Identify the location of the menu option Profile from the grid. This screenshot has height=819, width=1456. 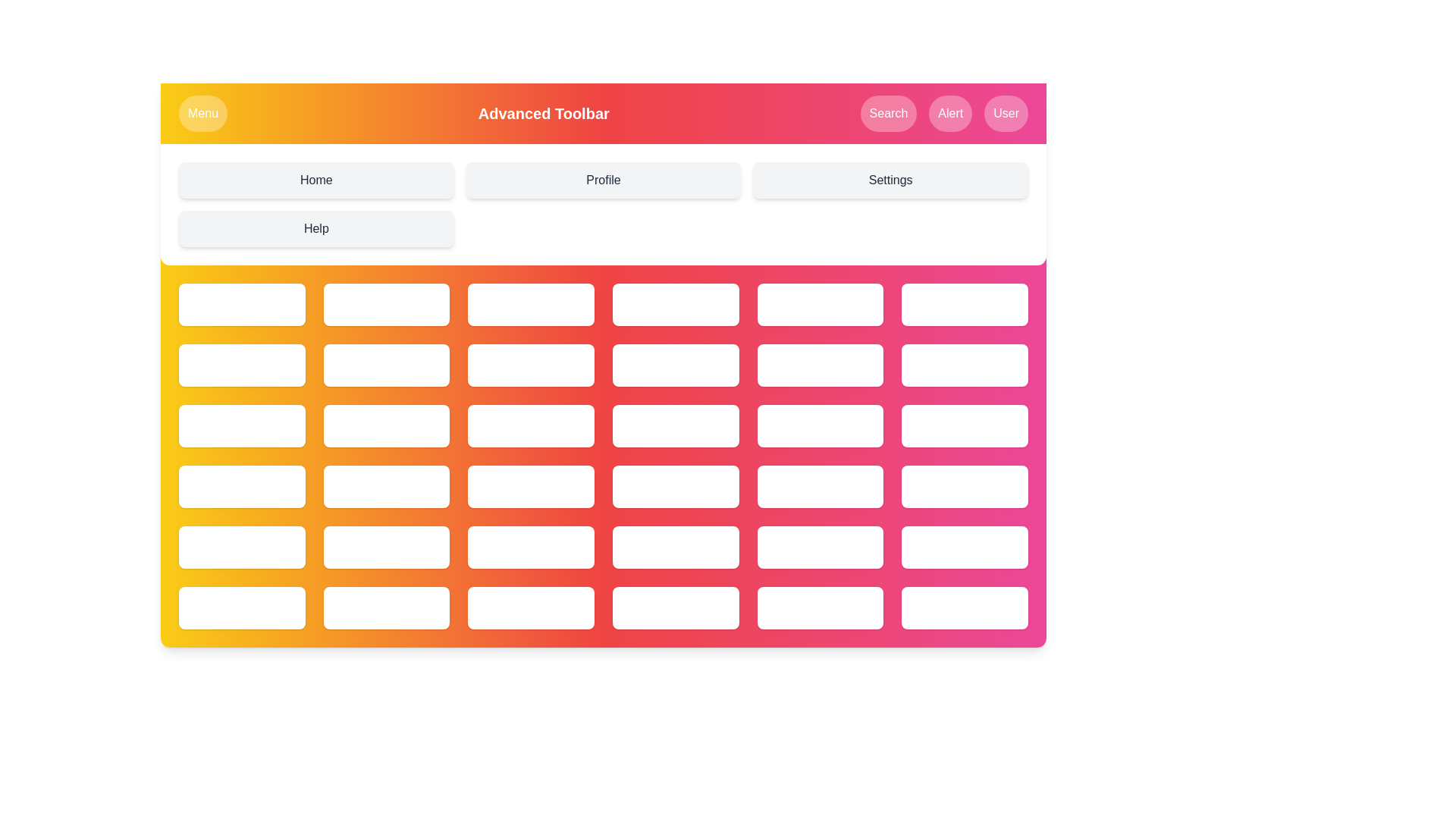
(603, 180).